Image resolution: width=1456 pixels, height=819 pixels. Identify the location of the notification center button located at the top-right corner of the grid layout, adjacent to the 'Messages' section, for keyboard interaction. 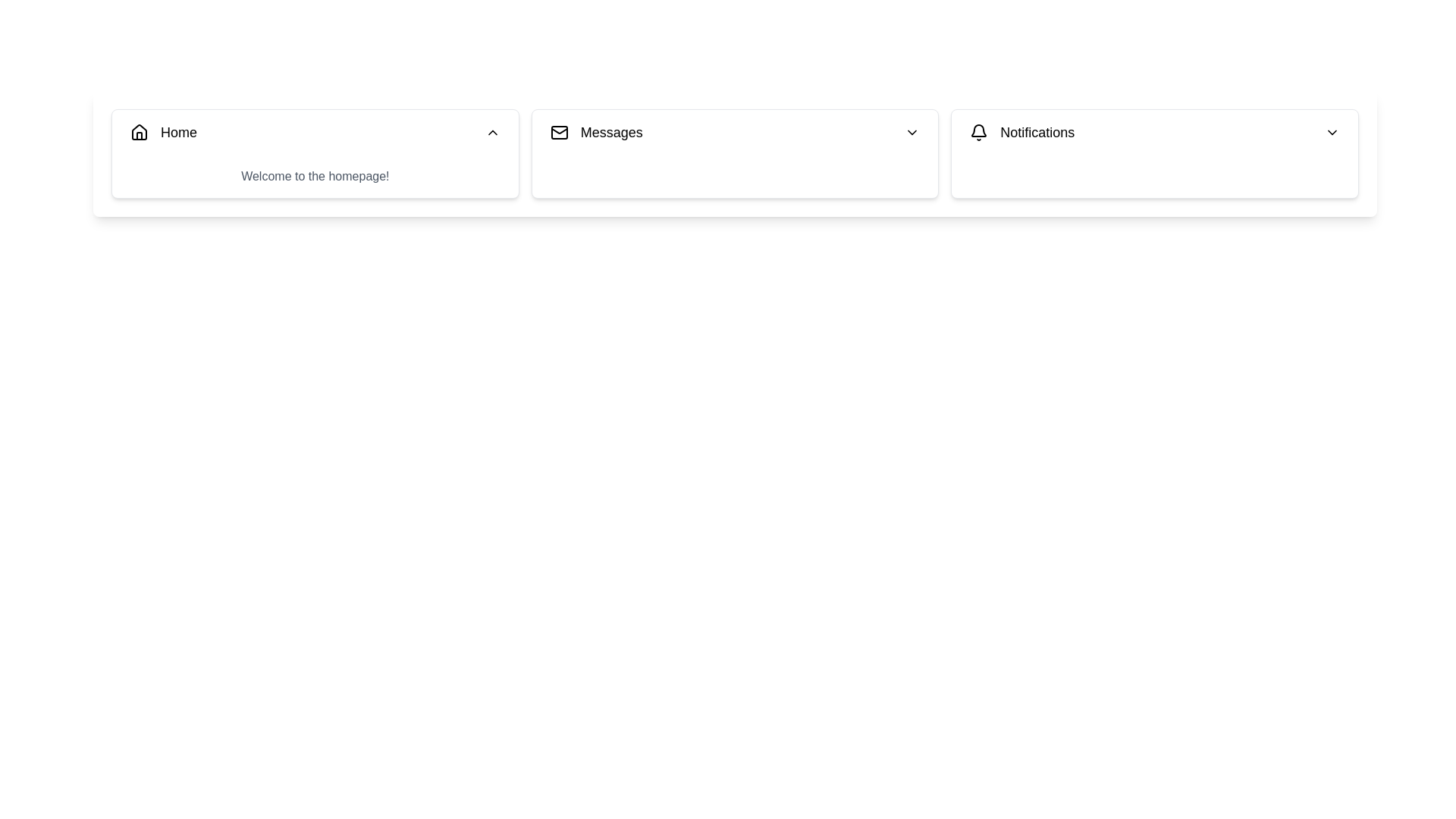
(1154, 154).